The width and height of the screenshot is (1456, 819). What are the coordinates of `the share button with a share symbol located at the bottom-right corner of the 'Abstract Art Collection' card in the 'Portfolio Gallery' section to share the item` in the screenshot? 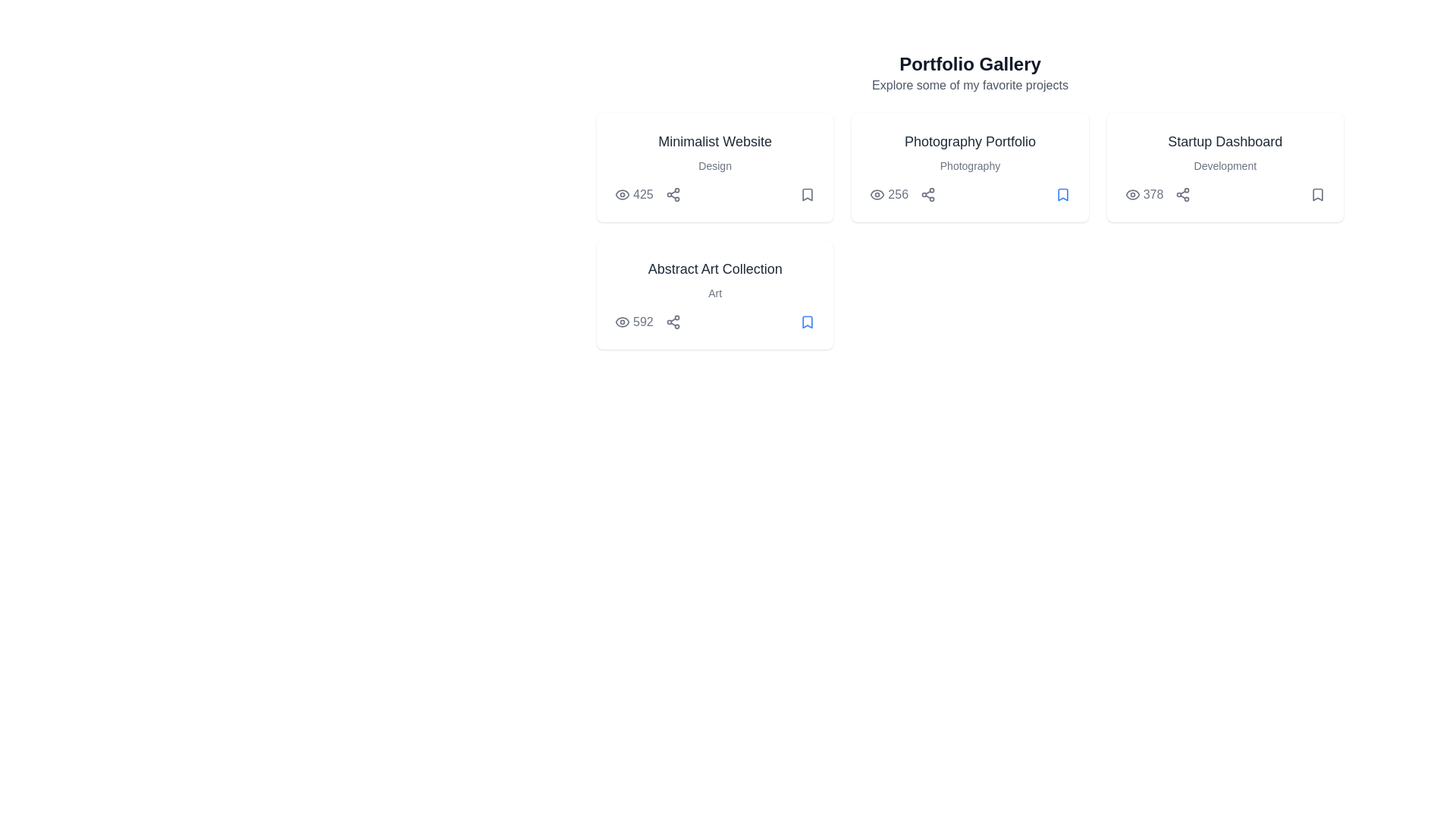 It's located at (672, 321).